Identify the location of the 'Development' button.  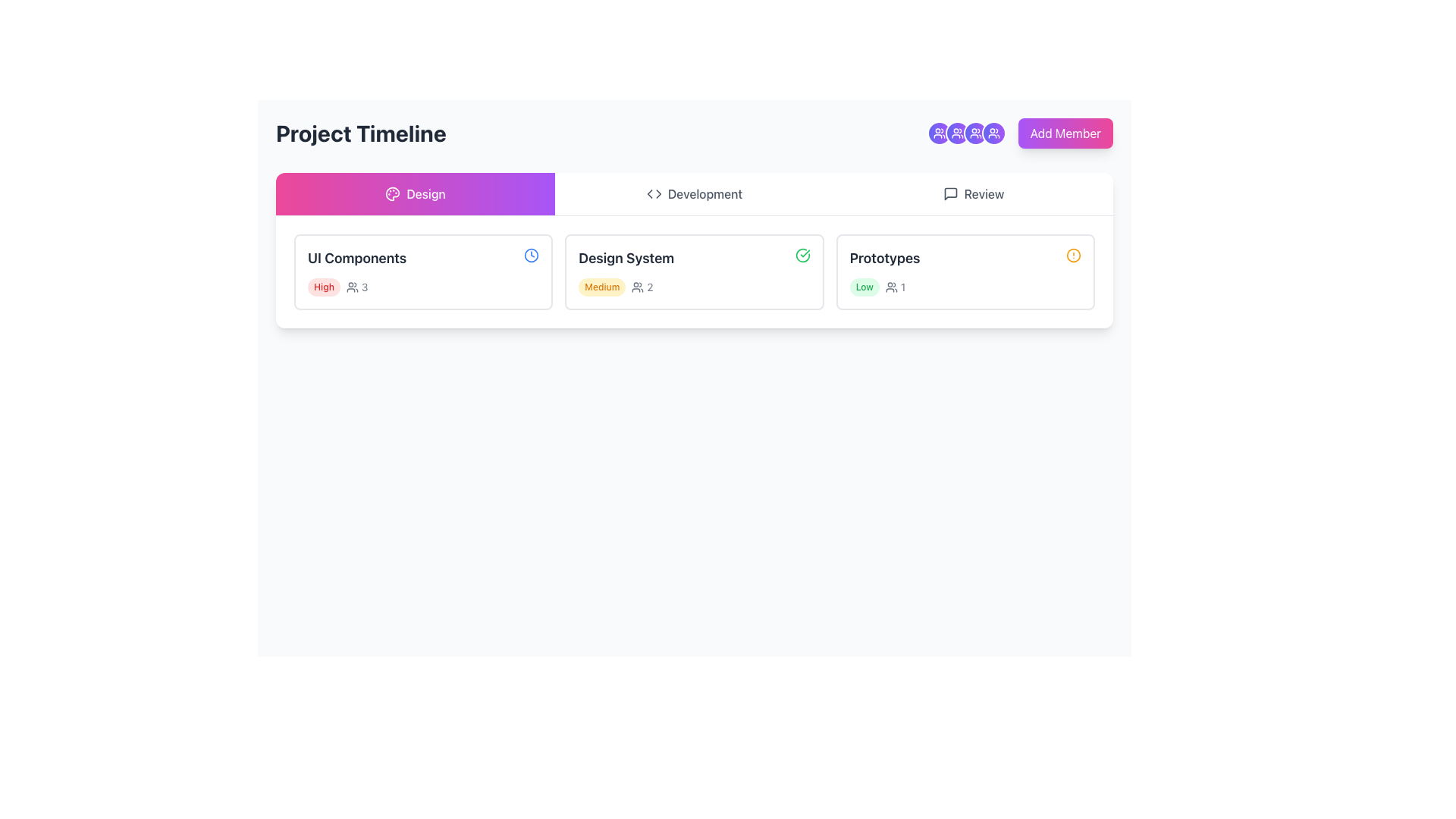
(694, 193).